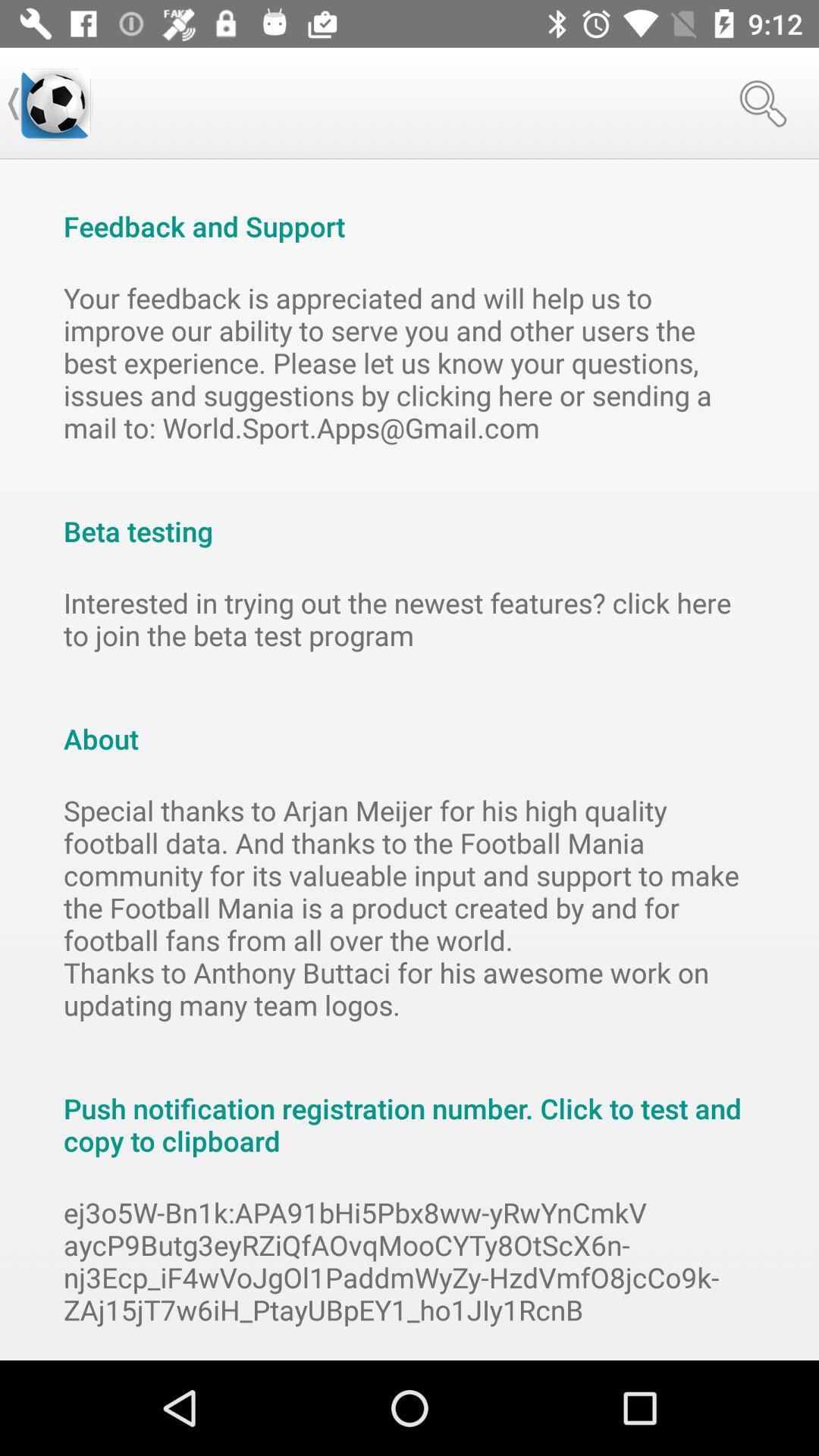 The width and height of the screenshot is (819, 1456). Describe the element at coordinates (409, 515) in the screenshot. I see `icon above interested in trying item` at that location.